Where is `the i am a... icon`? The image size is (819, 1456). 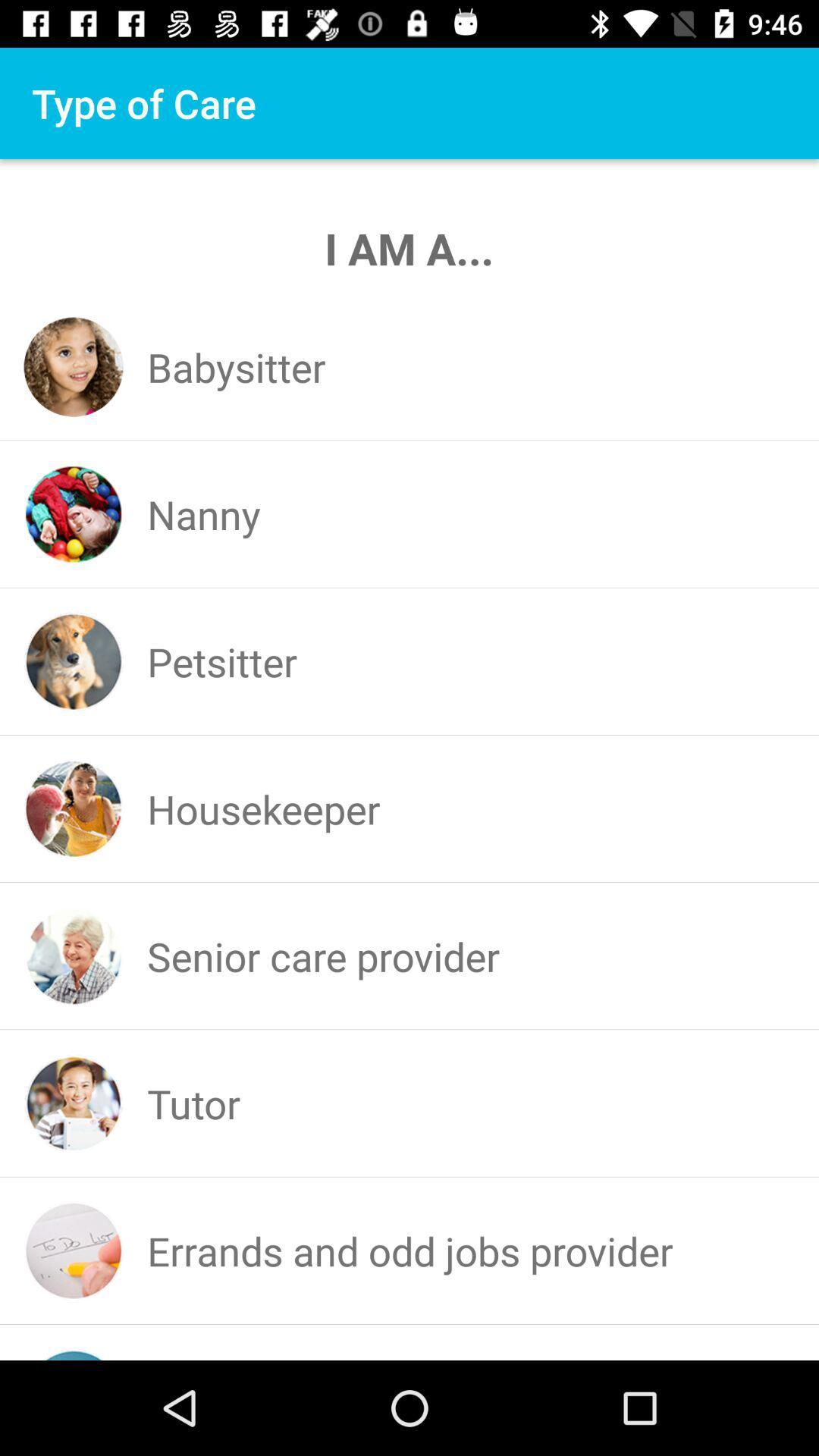 the i am a... icon is located at coordinates (408, 248).